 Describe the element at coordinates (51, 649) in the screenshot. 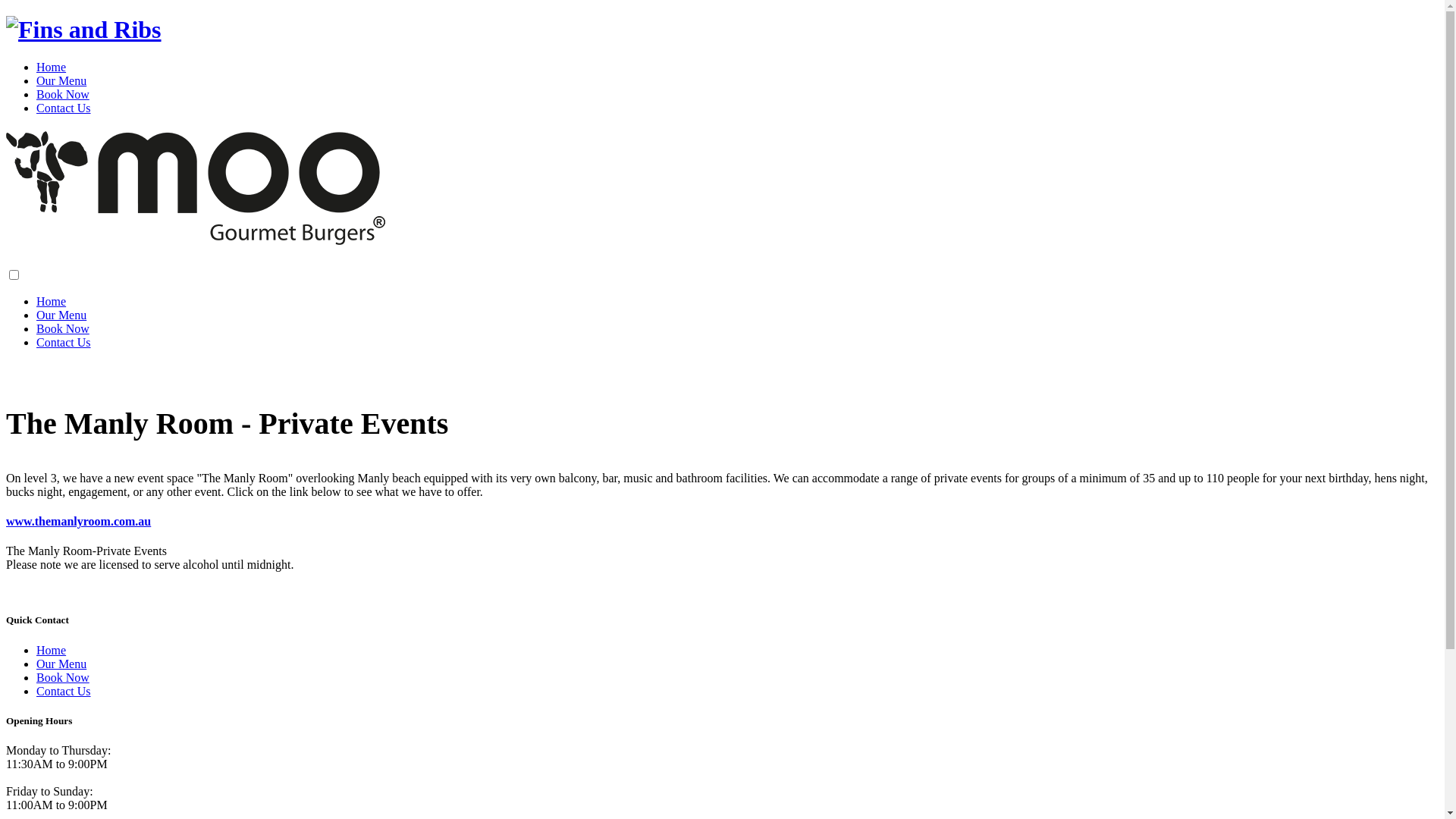

I see `'Home'` at that location.